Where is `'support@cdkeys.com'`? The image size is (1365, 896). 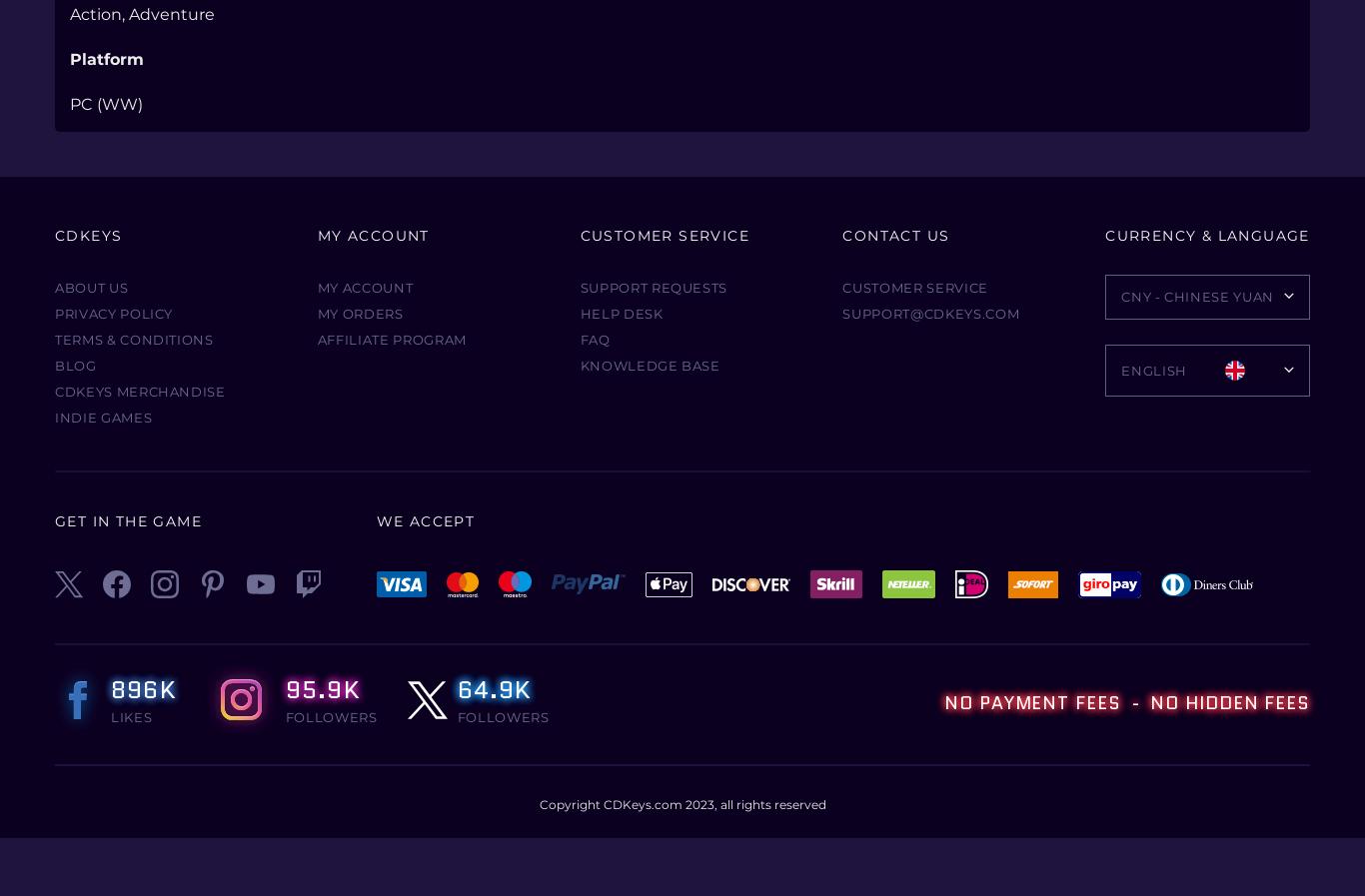
'support@cdkeys.com' is located at coordinates (840, 313).